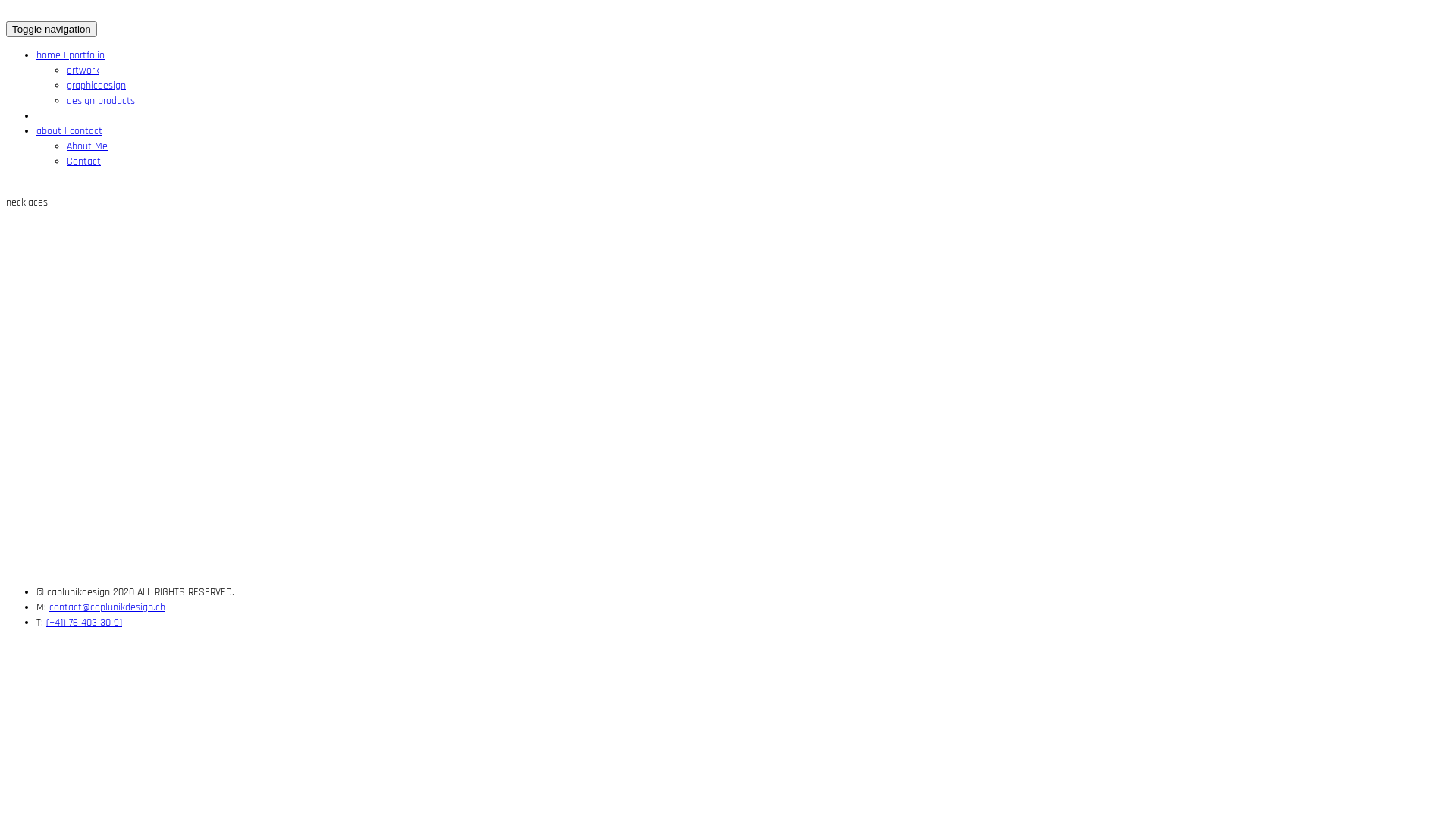 Image resolution: width=1456 pixels, height=819 pixels. What do you see at coordinates (36, 55) in the screenshot?
I see `'home | portfolio'` at bounding box center [36, 55].